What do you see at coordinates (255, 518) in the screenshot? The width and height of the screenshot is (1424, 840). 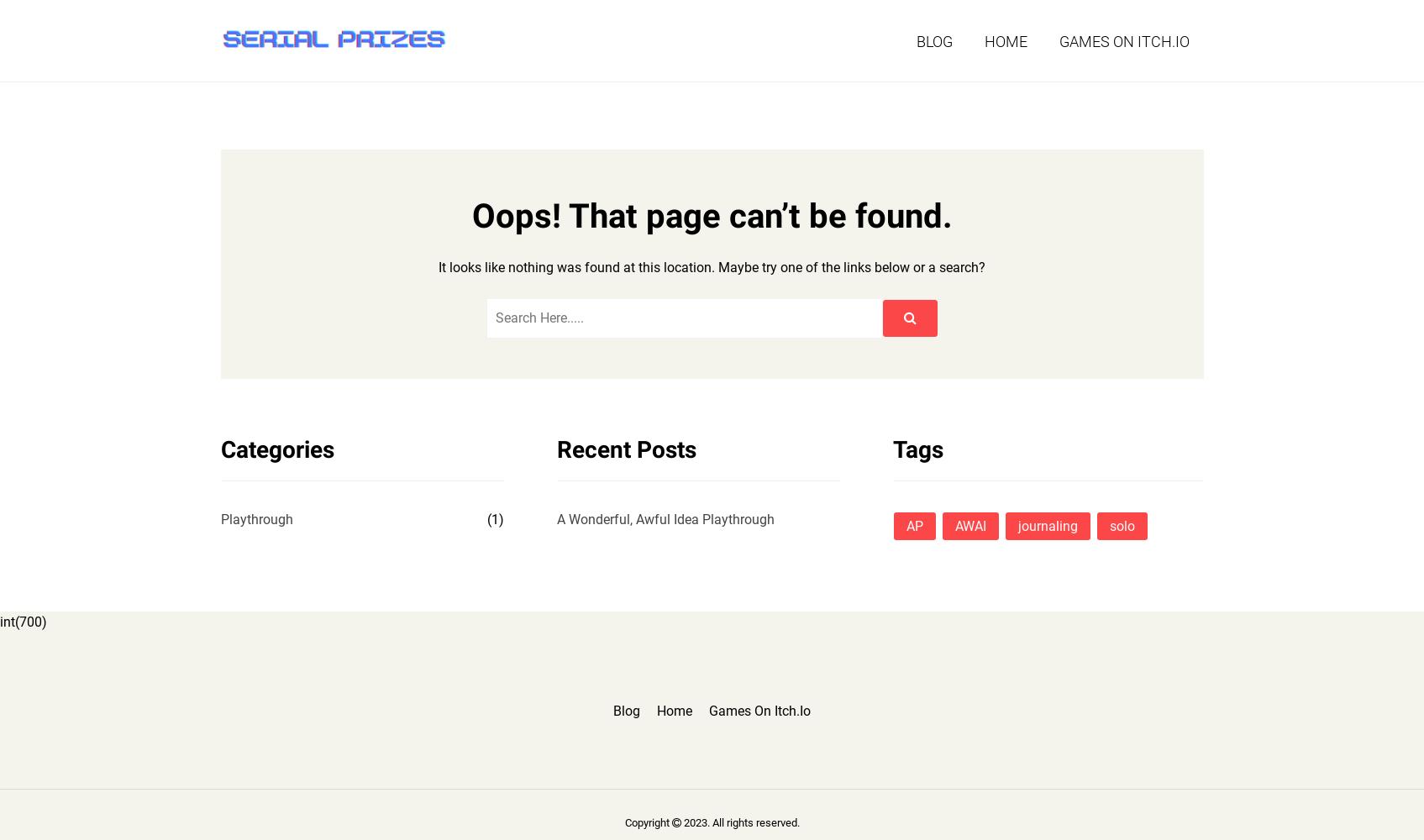 I see `'Playthrough'` at bounding box center [255, 518].